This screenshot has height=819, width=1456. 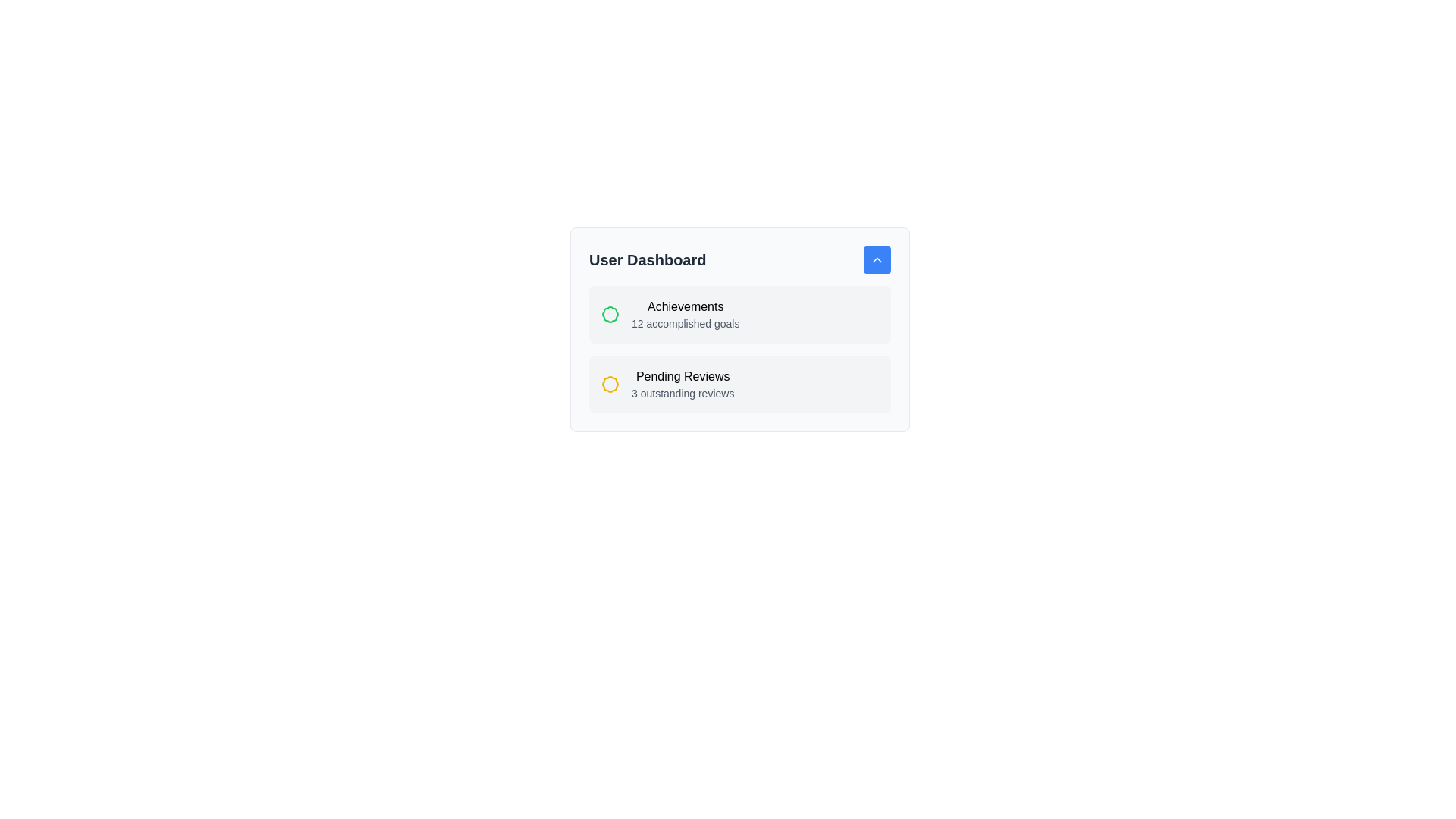 I want to click on the achievements SVG icon located within the 'Achievements' section of the dashboard, specifically to the left of the text '12 accomplished goals', so click(x=610, y=314).